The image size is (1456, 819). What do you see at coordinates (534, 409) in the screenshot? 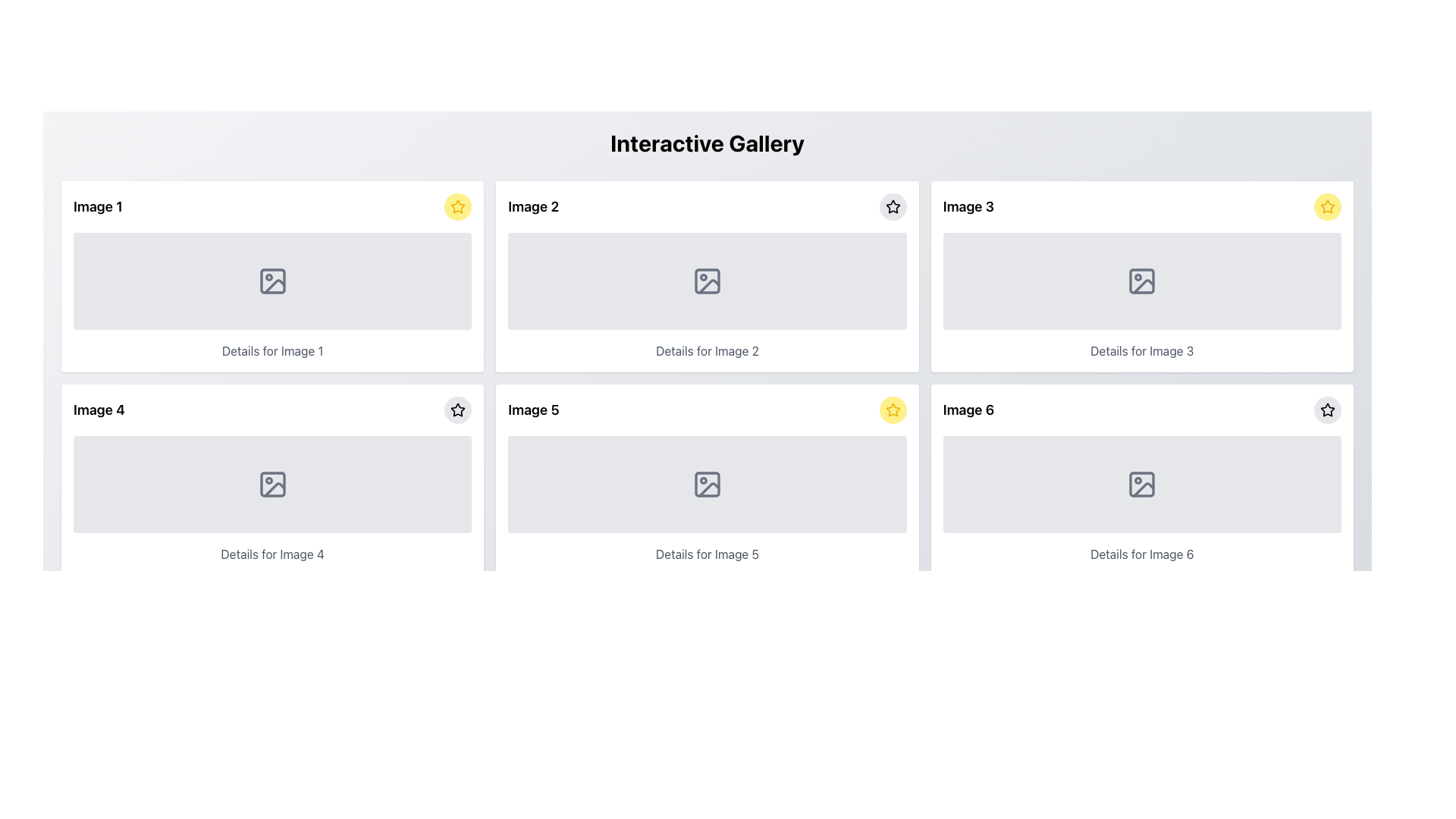
I see `the text label for the fifth image in the gallery, which identifies the associated visual content and is located above the 'Details for Image 5' link` at bounding box center [534, 409].